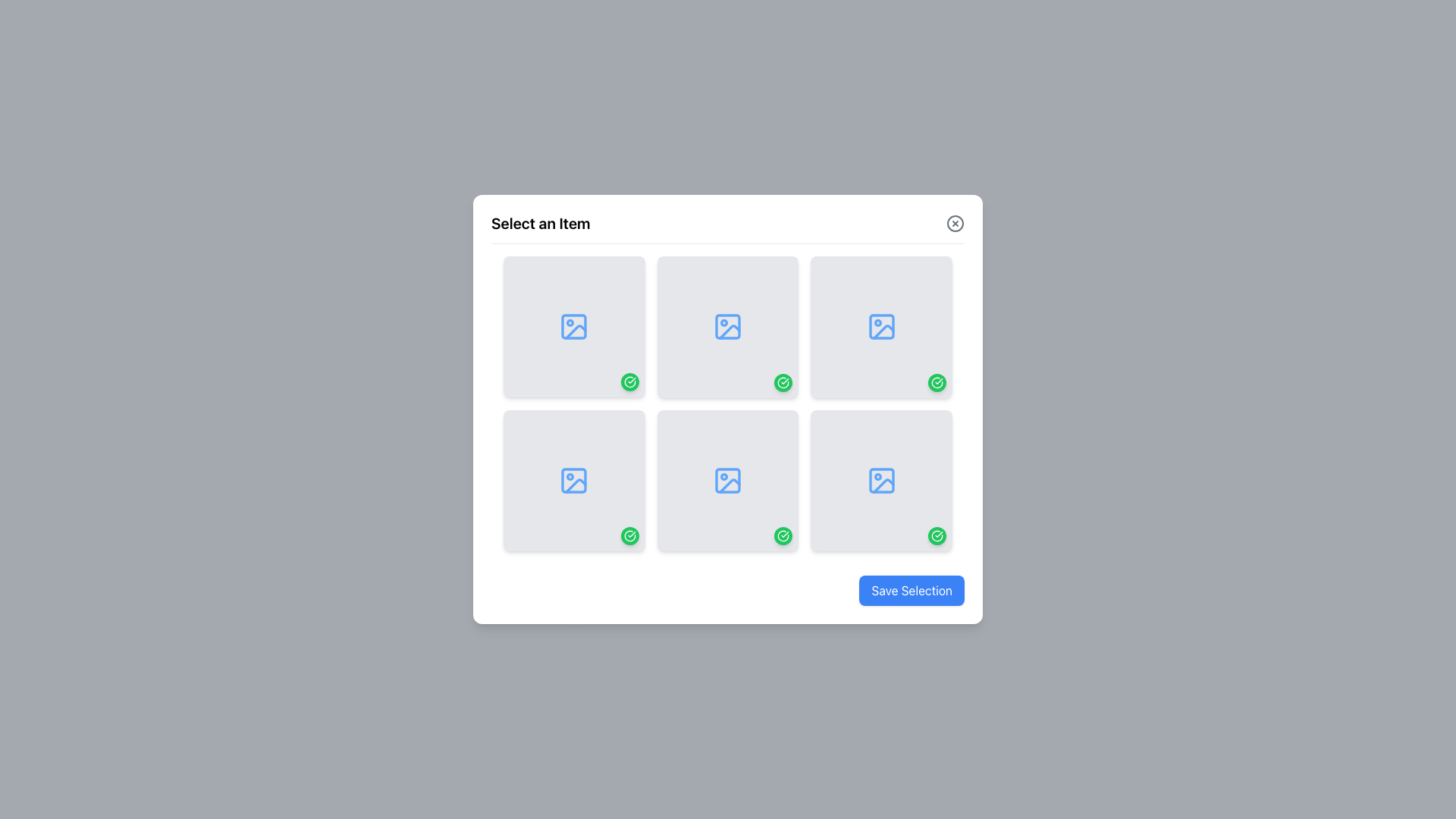 The height and width of the screenshot is (819, 1456). What do you see at coordinates (629, 381) in the screenshot?
I see `the circular icon with a green check mark located in the lower-left rectangle of the grid of selection blocks` at bounding box center [629, 381].